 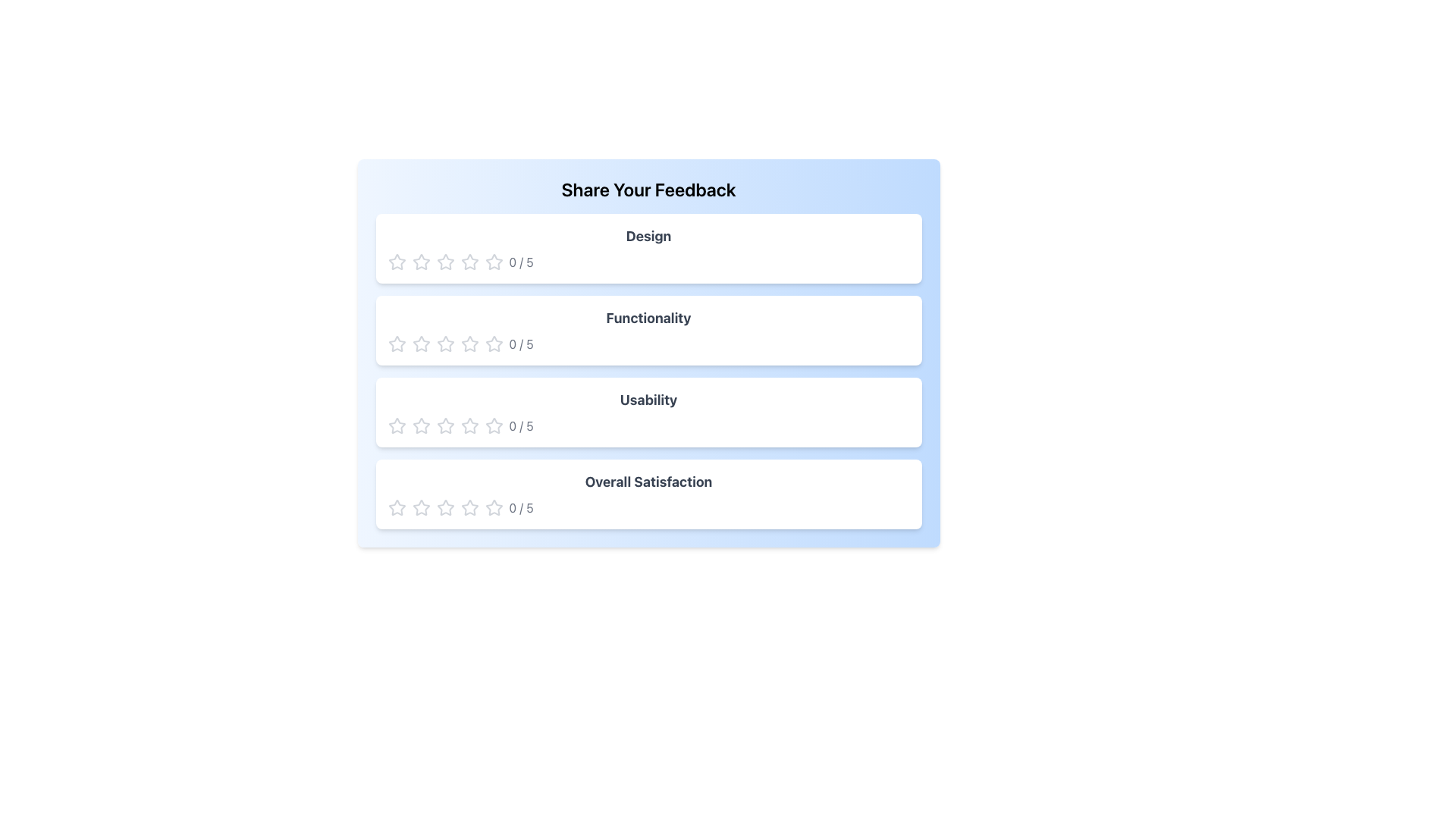 What do you see at coordinates (469, 344) in the screenshot?
I see `the second star in the horizontal set of rating stars within the 'Functionality' section of the feedback form to assign a rating` at bounding box center [469, 344].